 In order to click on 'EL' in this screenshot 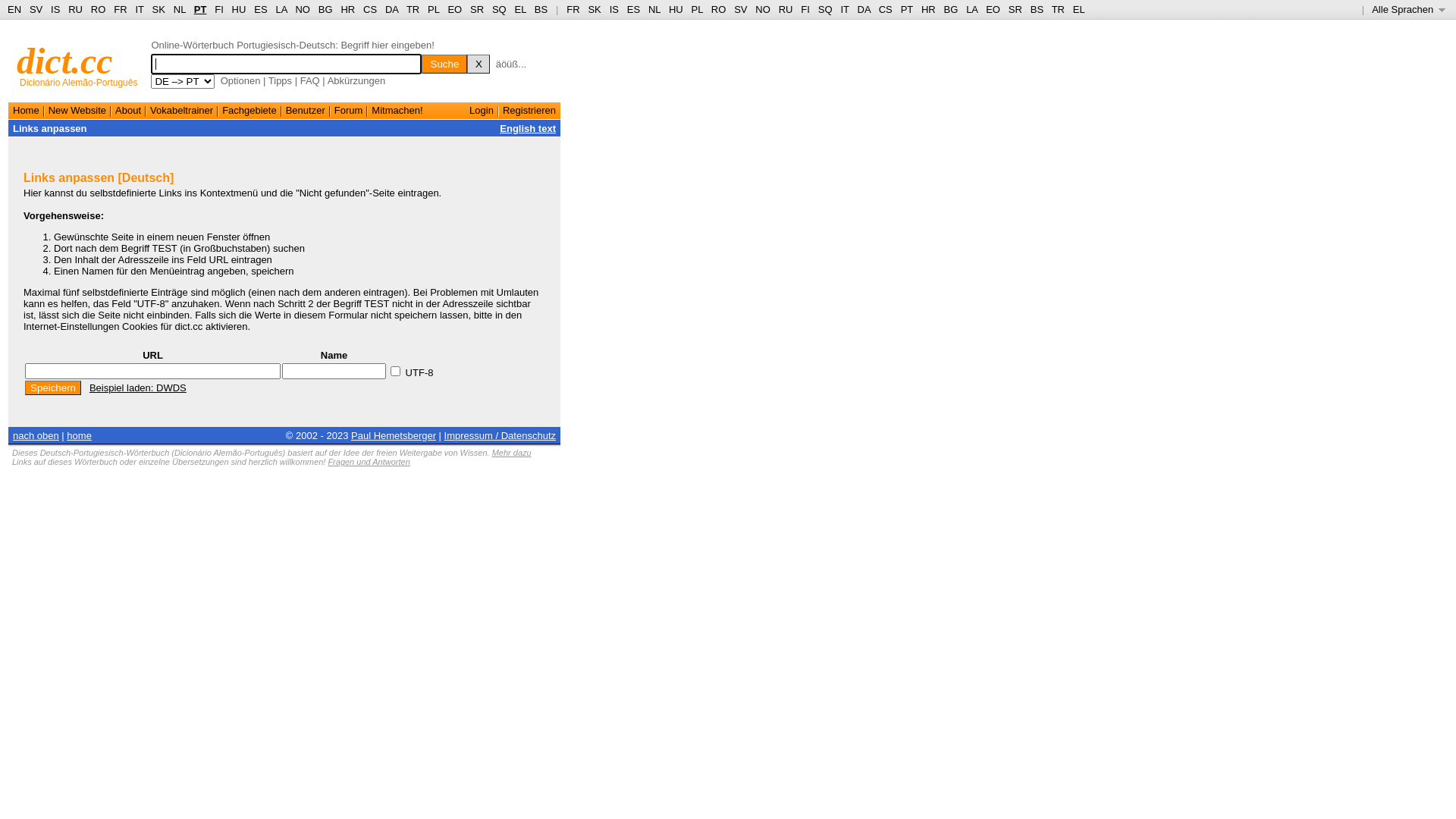, I will do `click(1078, 9)`.